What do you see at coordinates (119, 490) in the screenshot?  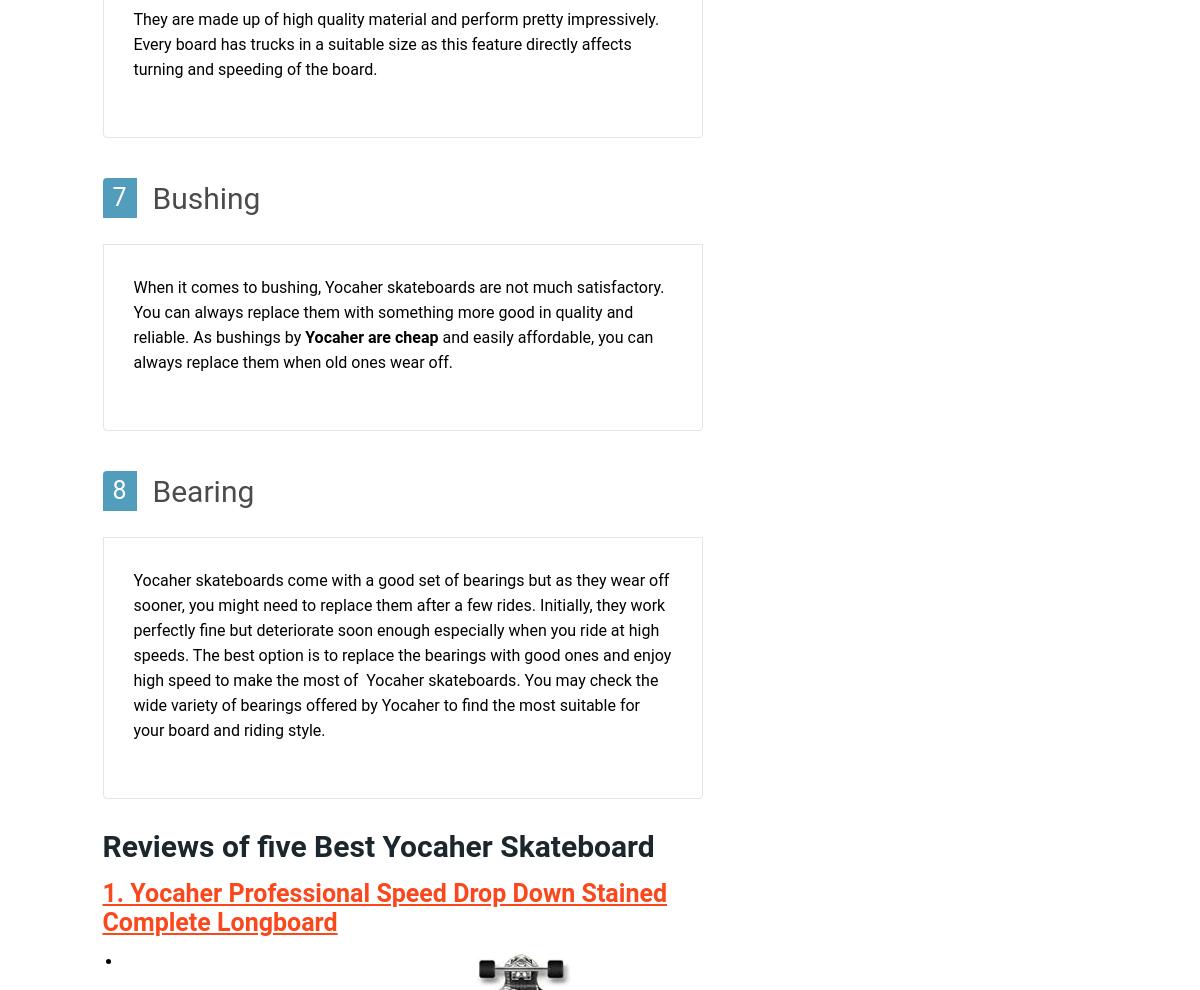 I see `'8'` at bounding box center [119, 490].